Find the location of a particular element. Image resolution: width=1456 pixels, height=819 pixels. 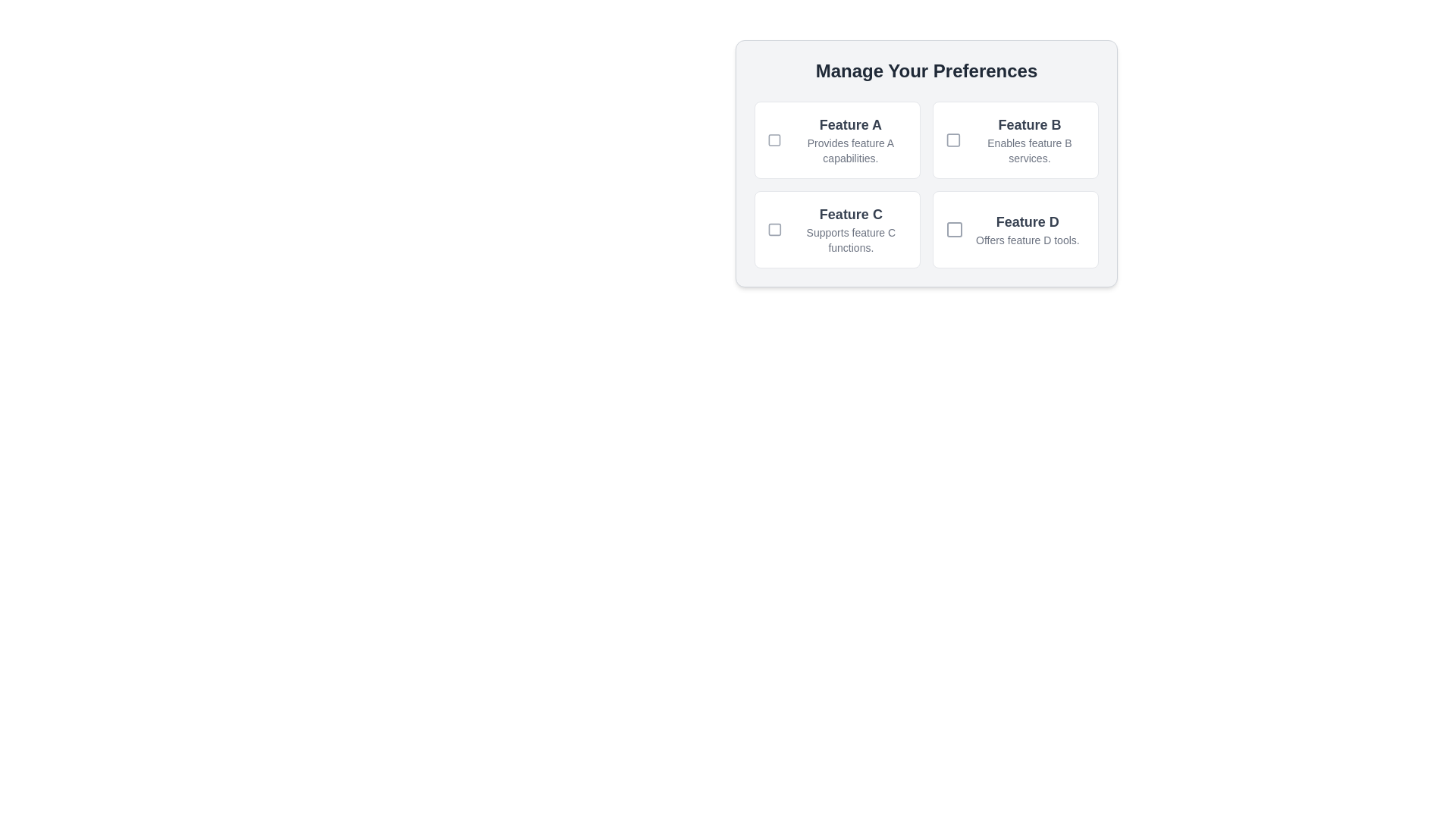

the checkbox for Feature B located in the top-right corner of the feature selection panel is located at coordinates (952, 140).